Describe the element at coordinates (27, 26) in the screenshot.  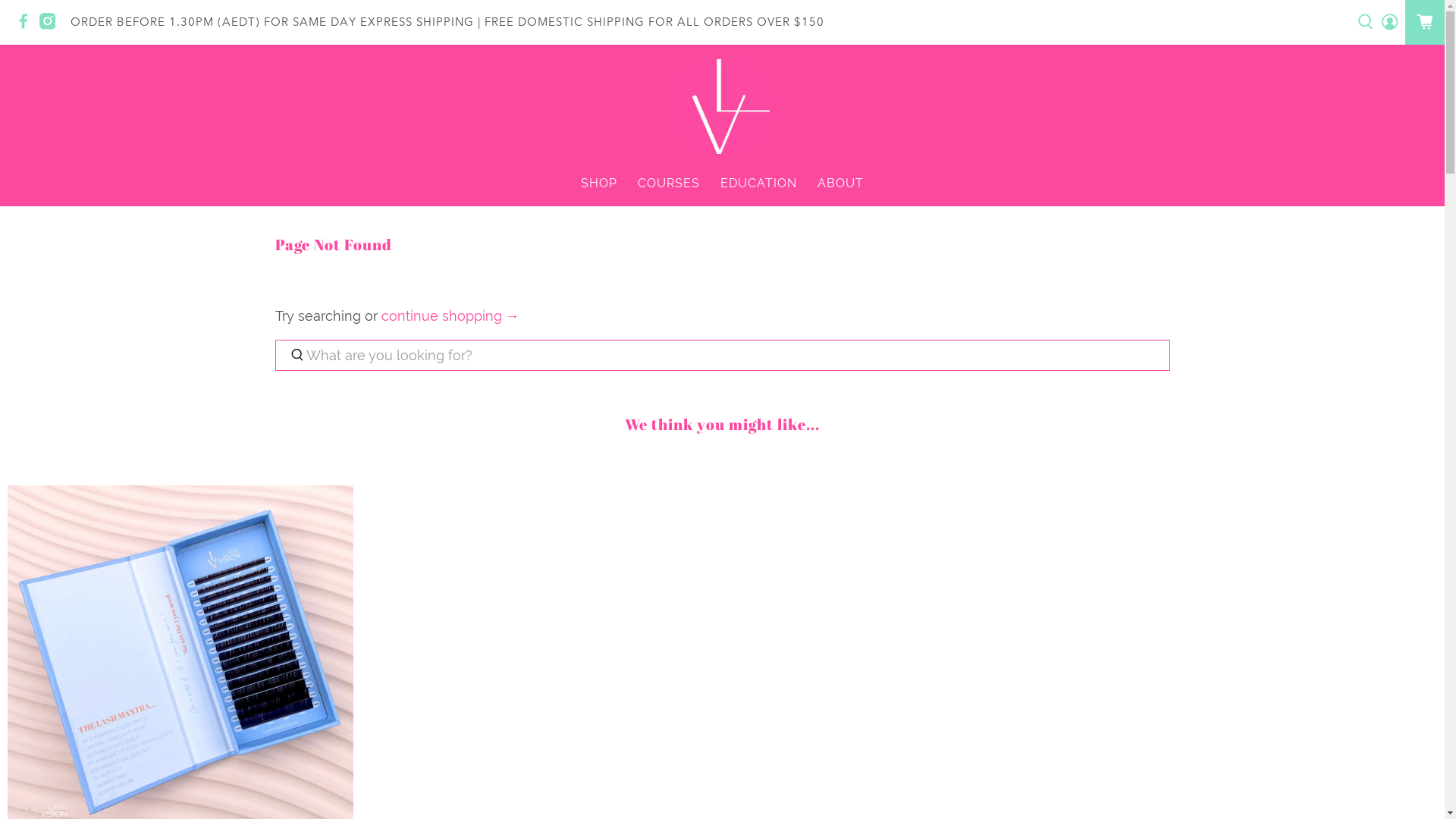
I see `'Lash Vision on Facebook'` at that location.